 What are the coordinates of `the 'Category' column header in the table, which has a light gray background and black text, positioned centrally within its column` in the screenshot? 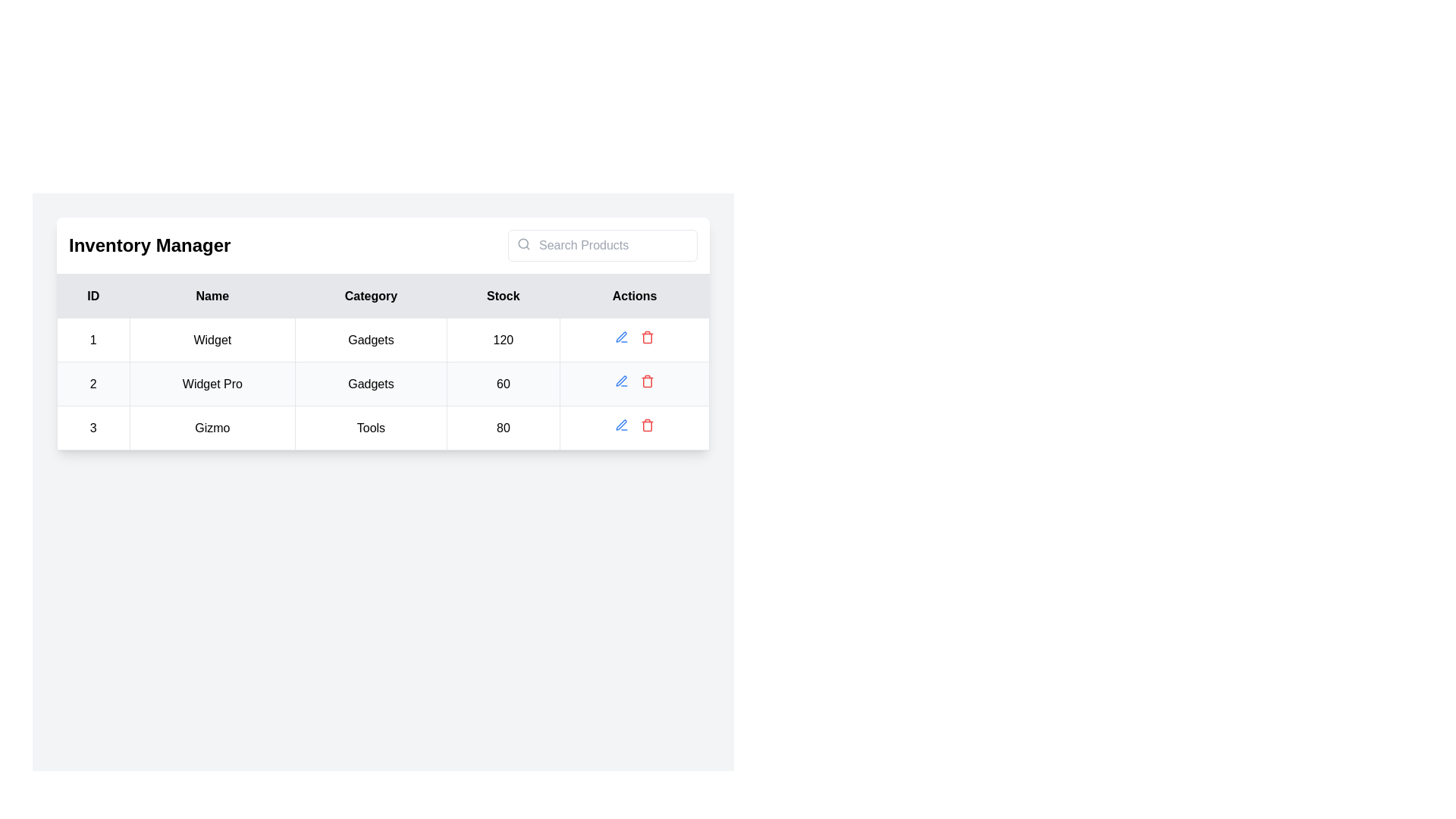 It's located at (383, 296).